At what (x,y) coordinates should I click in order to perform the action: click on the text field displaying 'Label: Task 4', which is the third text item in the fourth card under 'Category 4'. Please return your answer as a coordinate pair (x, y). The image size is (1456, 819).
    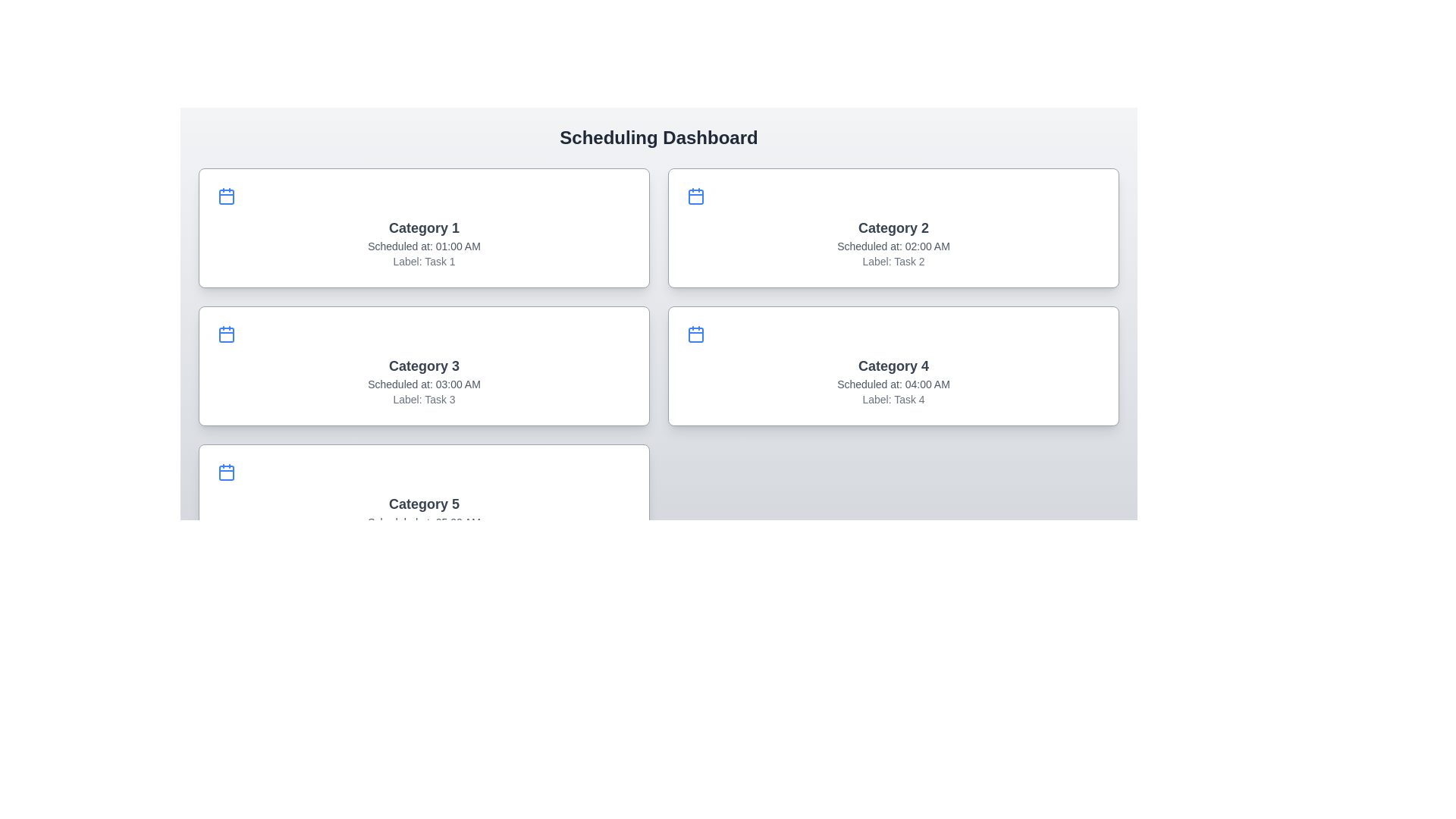
    Looking at the image, I should click on (893, 399).